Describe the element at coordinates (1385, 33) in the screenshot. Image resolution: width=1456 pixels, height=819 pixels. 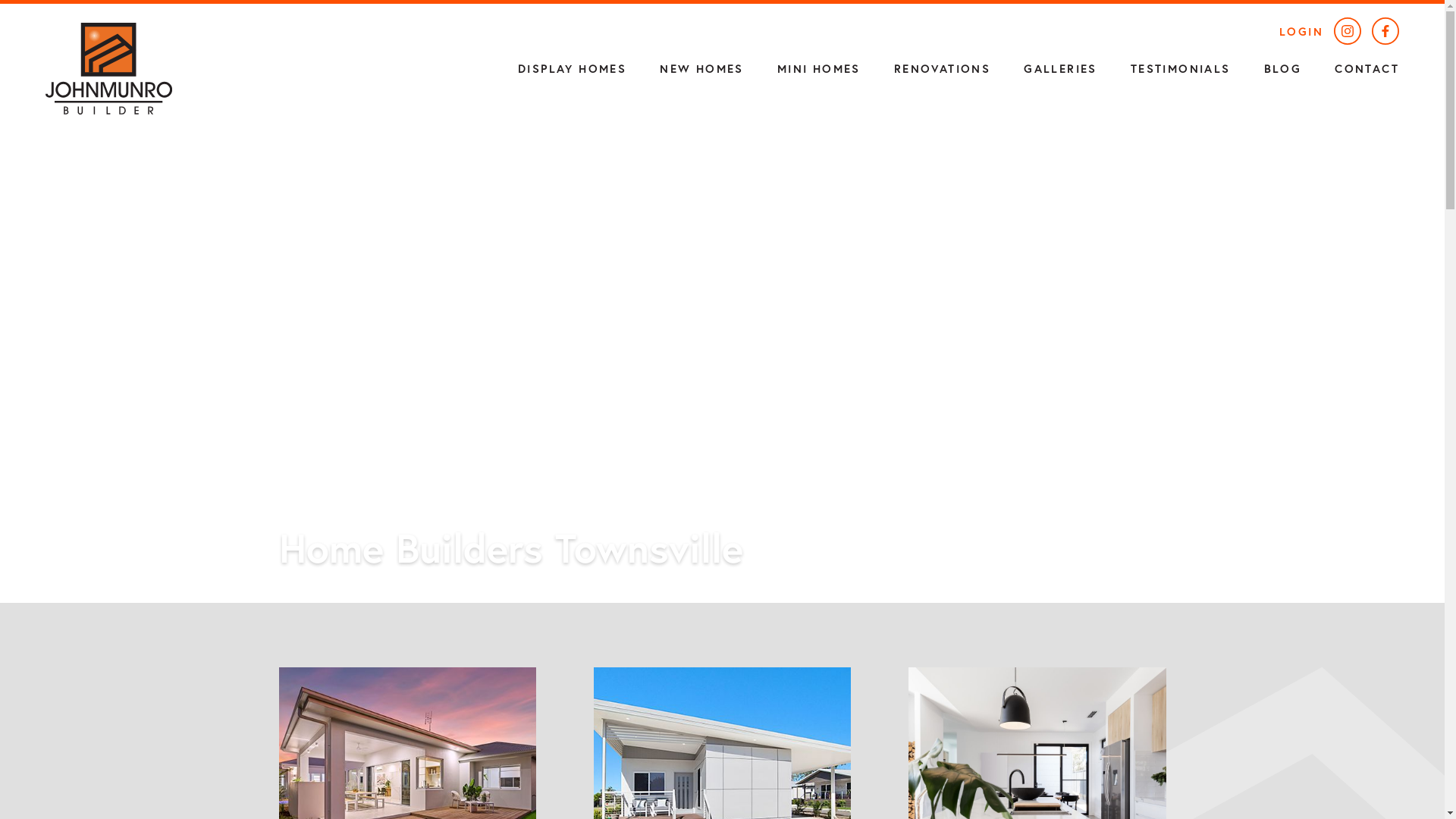
I see `'facebook'` at that location.